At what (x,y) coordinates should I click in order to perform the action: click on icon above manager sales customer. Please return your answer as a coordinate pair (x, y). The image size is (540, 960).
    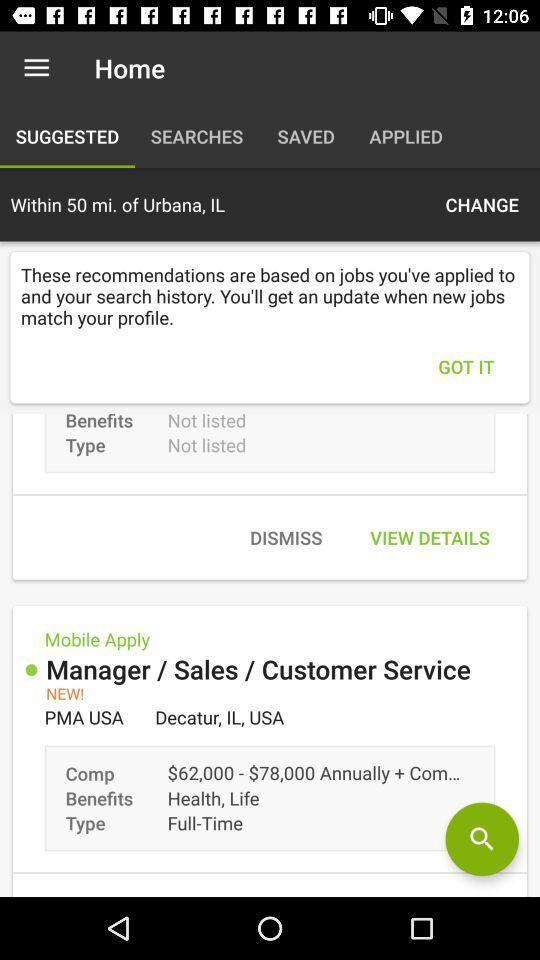
    Looking at the image, I should click on (429, 536).